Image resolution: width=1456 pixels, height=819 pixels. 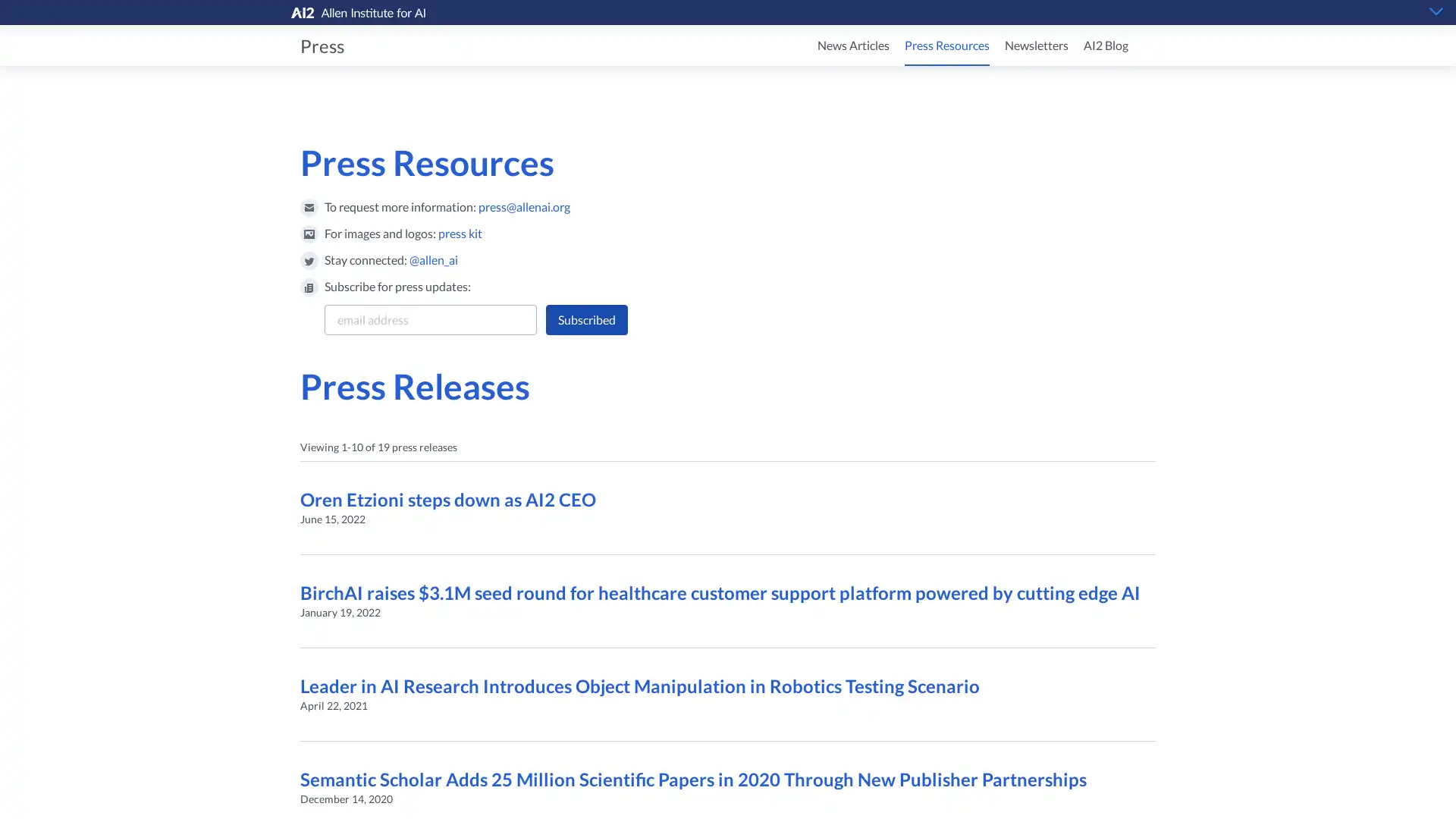 I want to click on Subscribed, so click(x=585, y=318).